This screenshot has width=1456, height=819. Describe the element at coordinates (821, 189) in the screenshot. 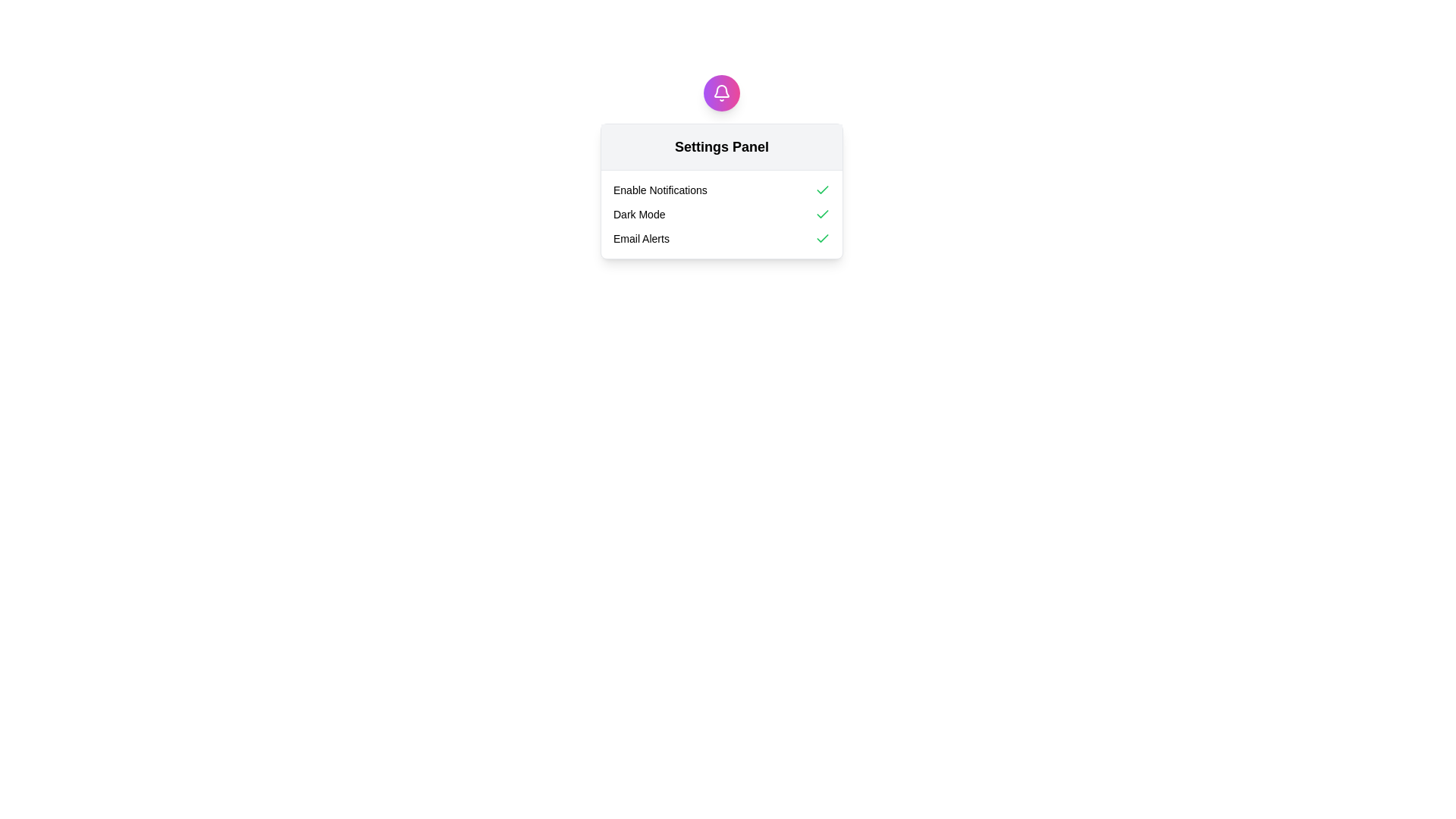

I see `the status indicator icon for the 'Enable Notifications' setting` at that location.